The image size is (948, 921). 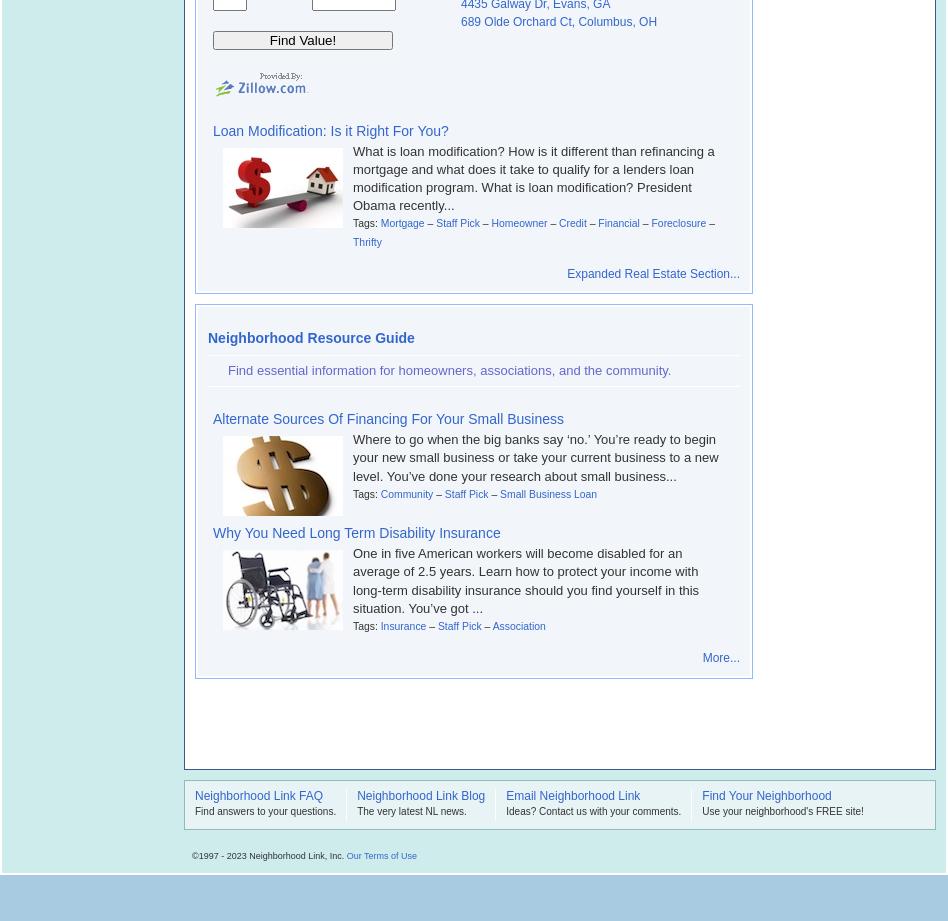 I want to click on '689 Olde Orchard Ct, Columbus, OH', so click(x=559, y=20).